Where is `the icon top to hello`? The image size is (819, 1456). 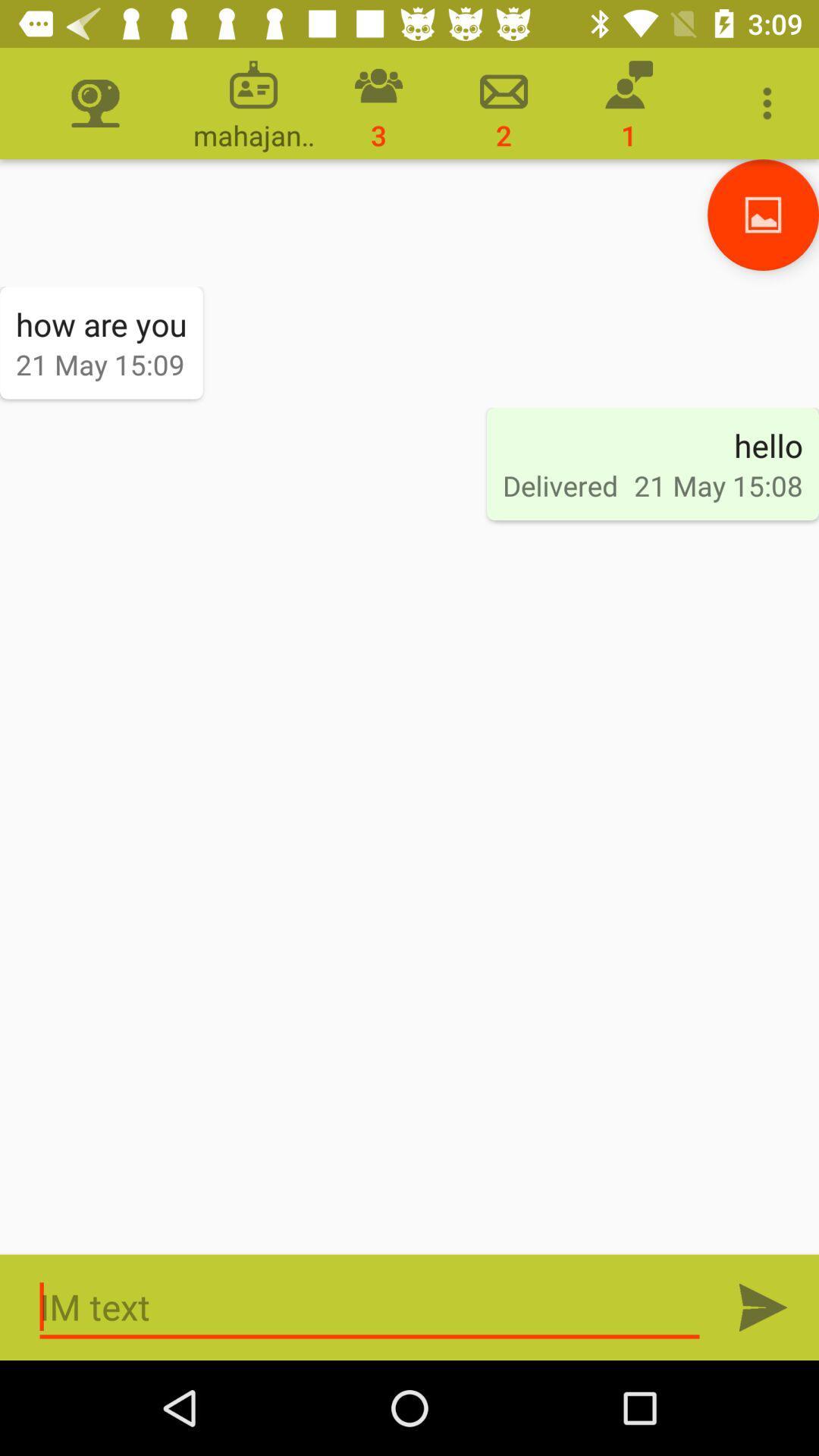 the icon top to hello is located at coordinates (763, 214).